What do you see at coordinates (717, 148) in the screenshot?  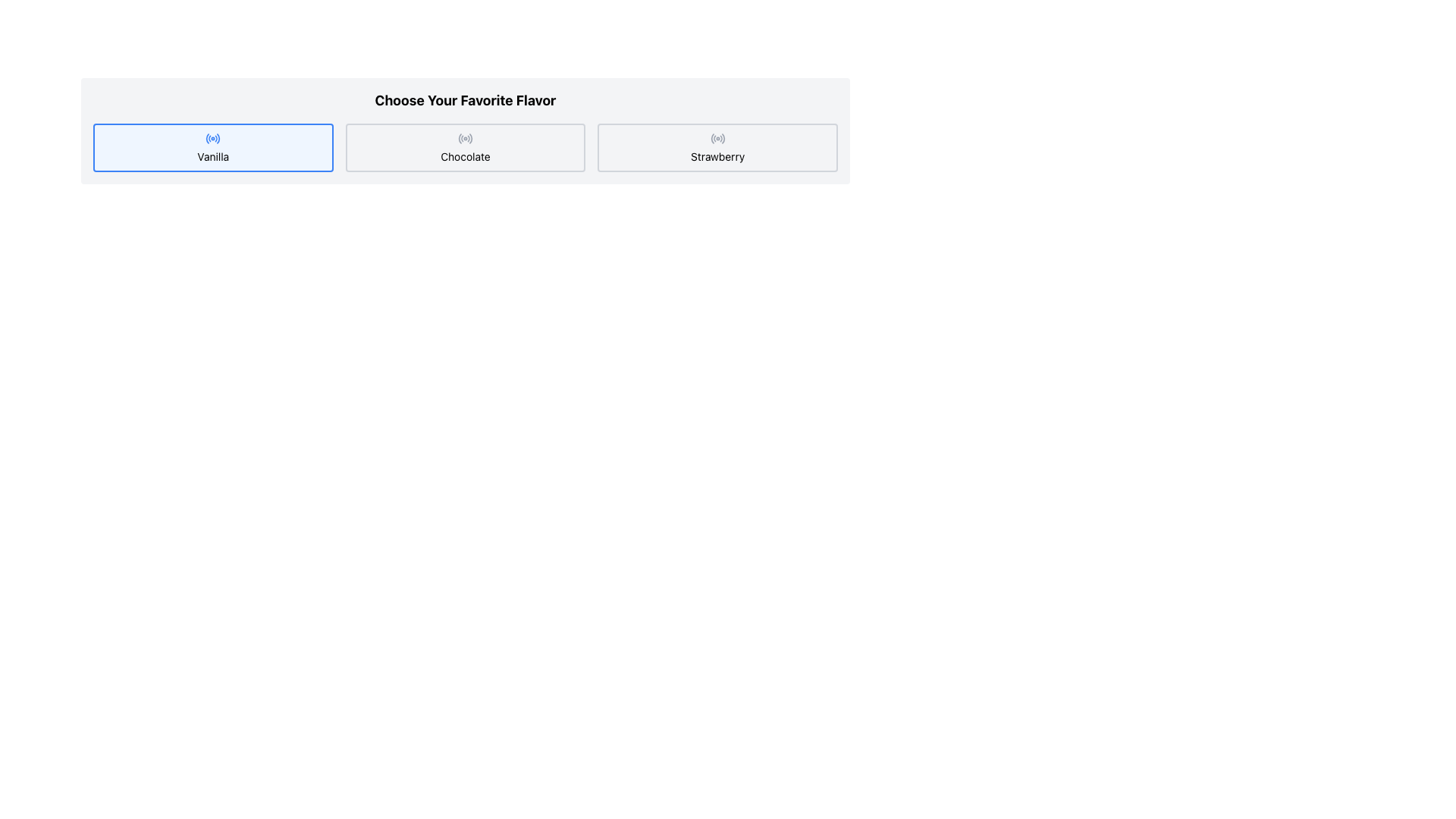 I see `the 'Strawberry' selectable button, which is the rightmost option in a horizontal layout of three buttons, featuring a circular radio icon and a gray border` at bounding box center [717, 148].